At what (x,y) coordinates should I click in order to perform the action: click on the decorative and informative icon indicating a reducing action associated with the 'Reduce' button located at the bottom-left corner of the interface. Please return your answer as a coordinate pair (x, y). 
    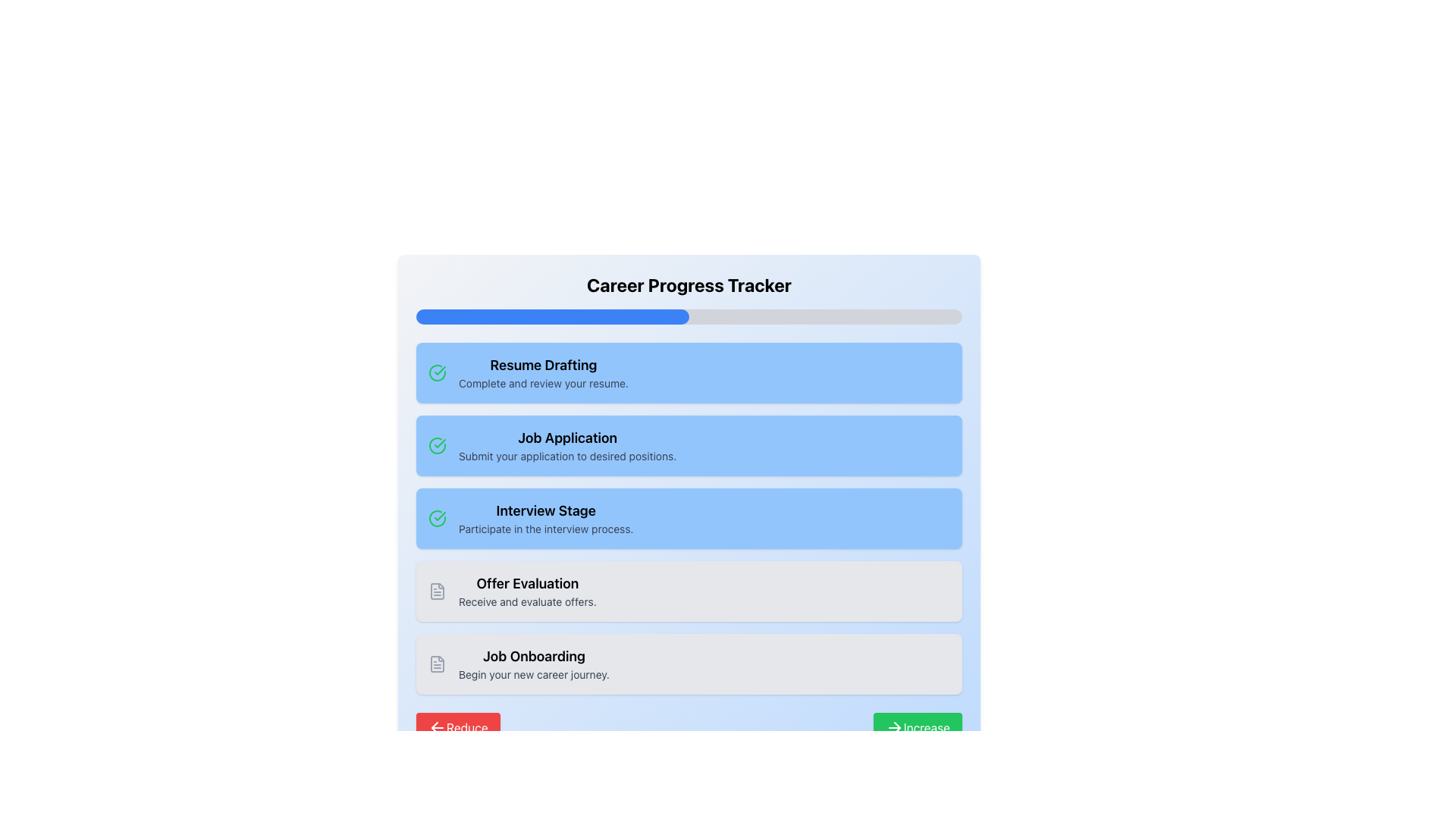
    Looking at the image, I should click on (436, 727).